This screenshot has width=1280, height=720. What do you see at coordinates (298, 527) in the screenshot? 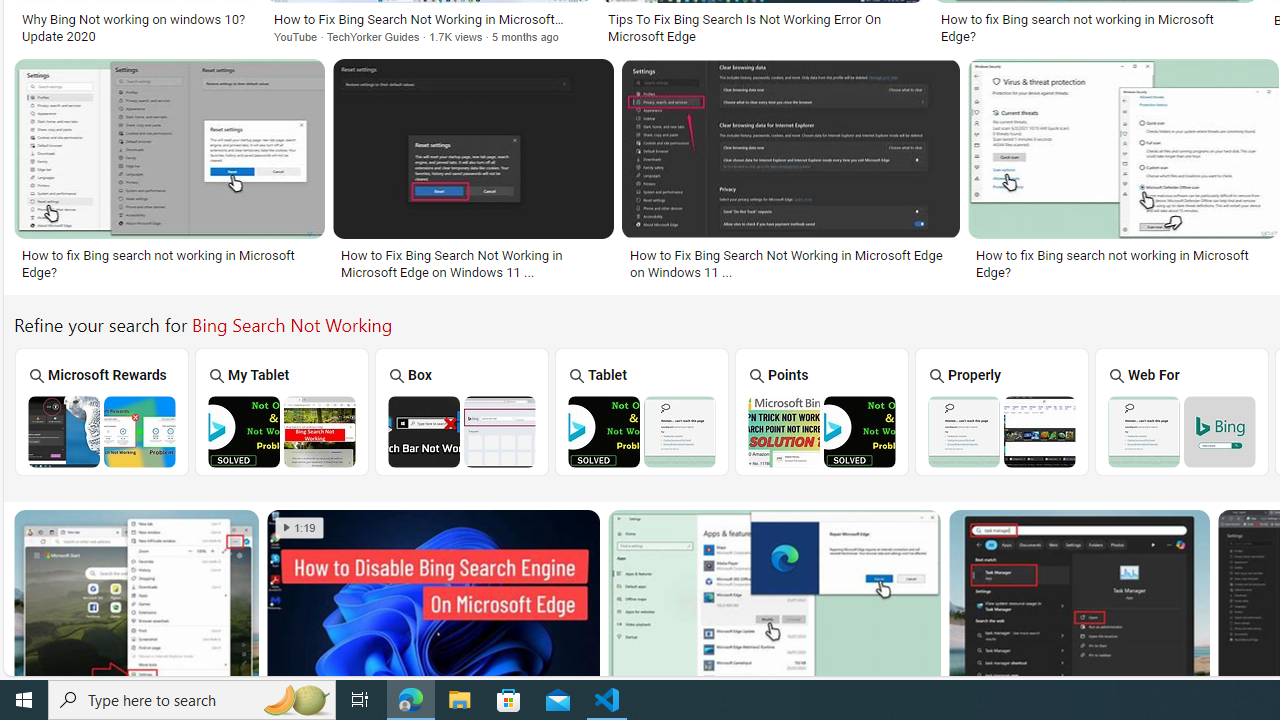
I see `'1:19'` at bounding box center [298, 527].